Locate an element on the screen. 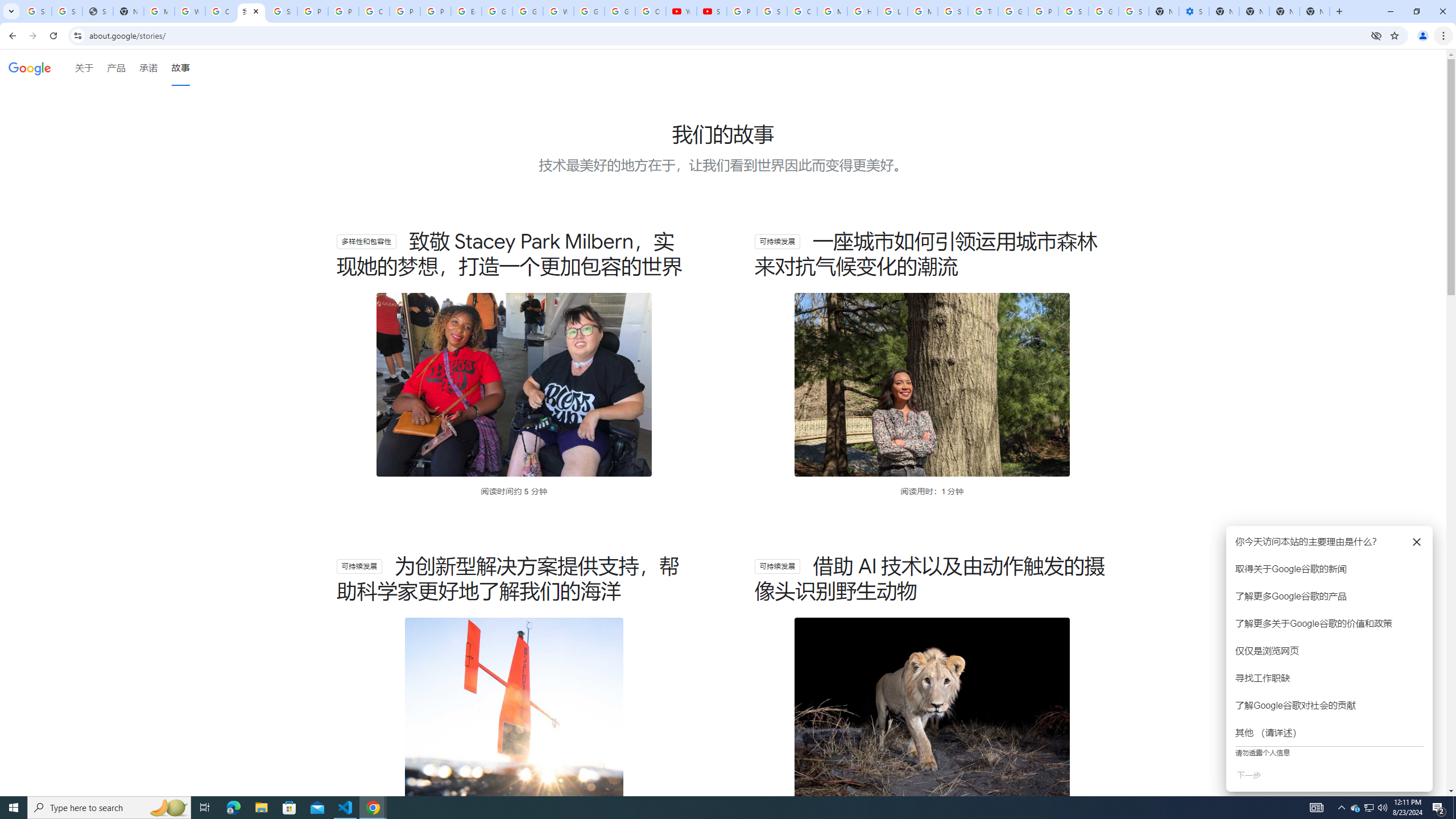 Image resolution: width=1456 pixels, height=819 pixels. 'Google Cybersecurity Innovations - Google Safety Center' is located at coordinates (1103, 11).